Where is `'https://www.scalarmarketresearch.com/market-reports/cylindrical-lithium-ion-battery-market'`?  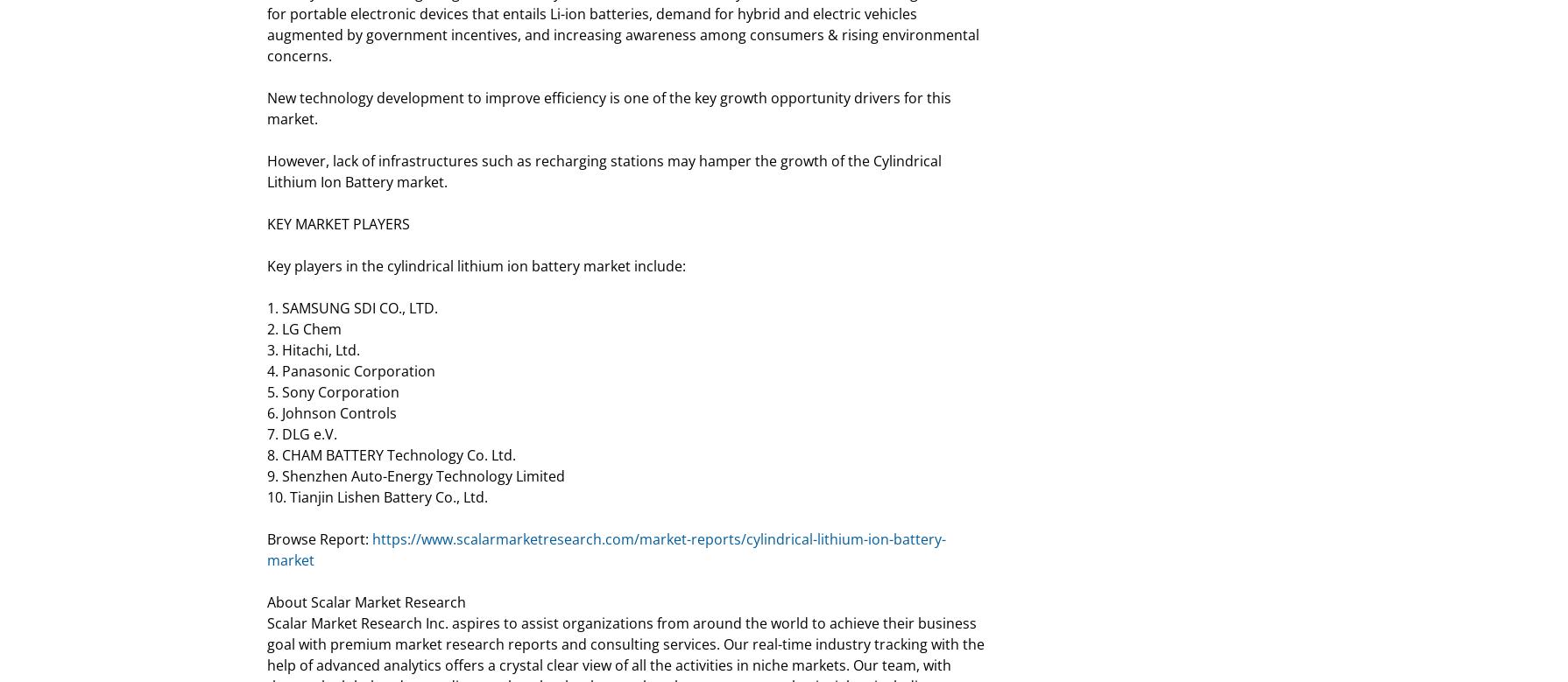 'https://www.scalarmarketresearch.com/market-reports/cylindrical-lithium-ion-battery-market' is located at coordinates (605, 550).